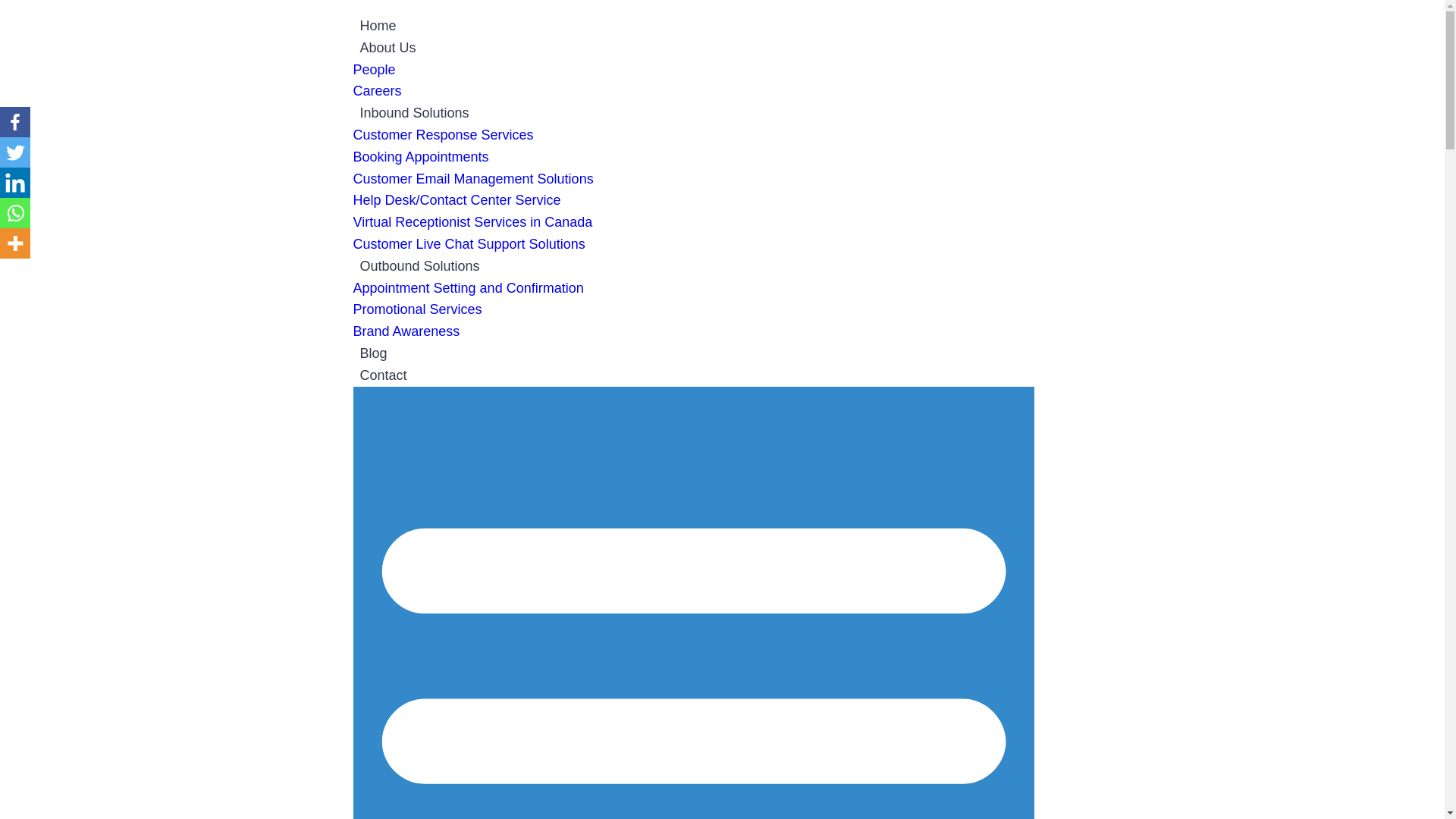 This screenshot has height=819, width=1456. Describe the element at coordinates (472, 177) in the screenshot. I see `'Customer Email Management Solutions'` at that location.